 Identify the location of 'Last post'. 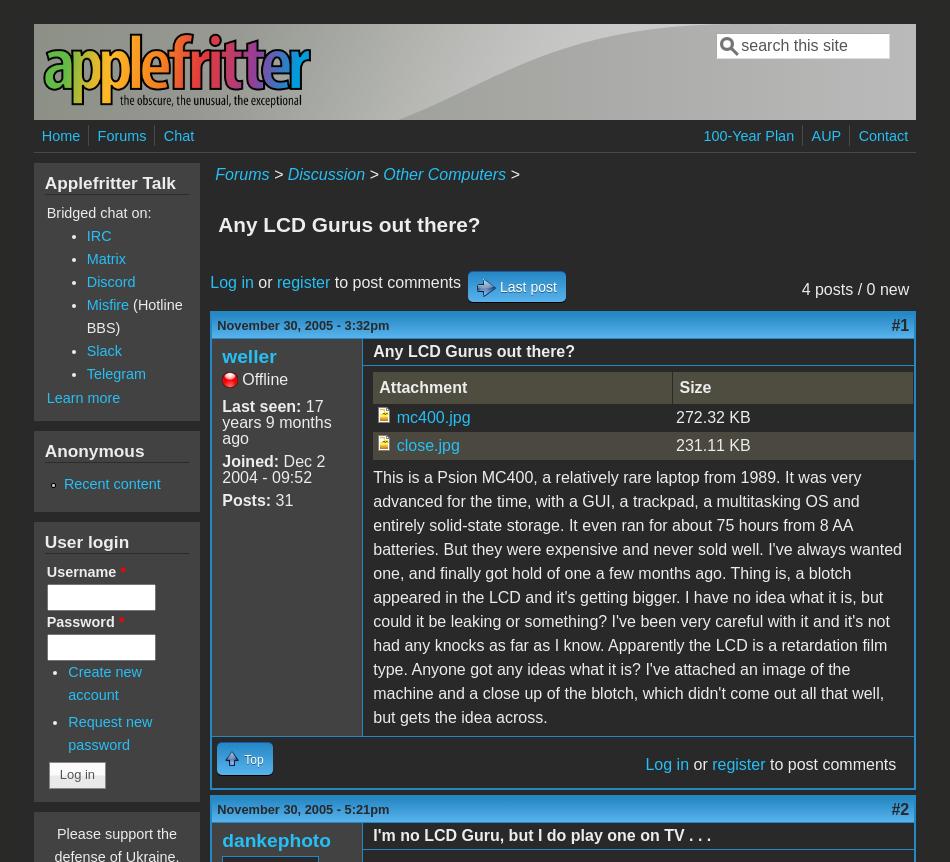
(528, 285).